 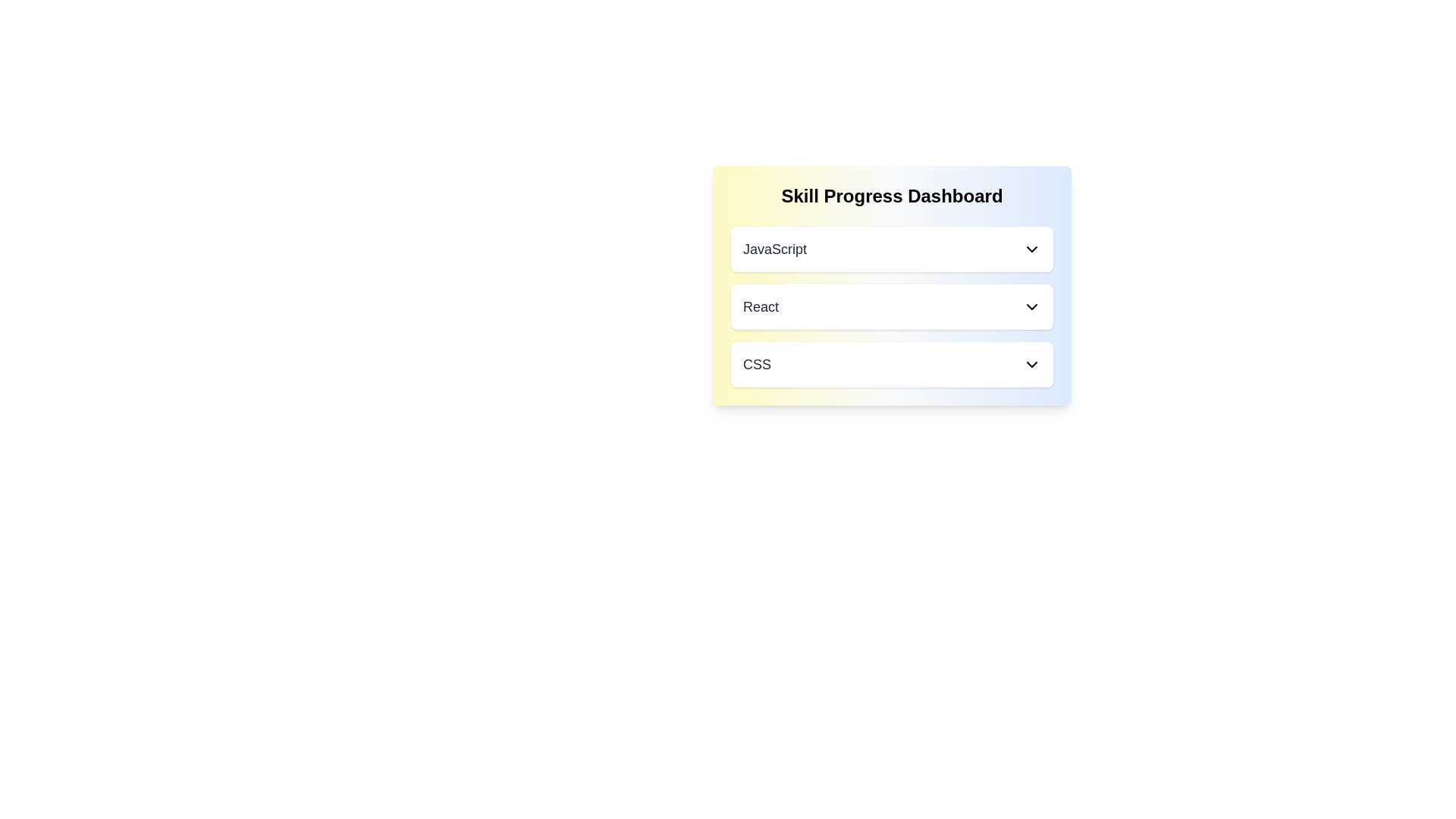 I want to click on the Text label that displays the current selected value of the bottom dropdown, located to the left of the chevron-down icon, so click(x=757, y=365).